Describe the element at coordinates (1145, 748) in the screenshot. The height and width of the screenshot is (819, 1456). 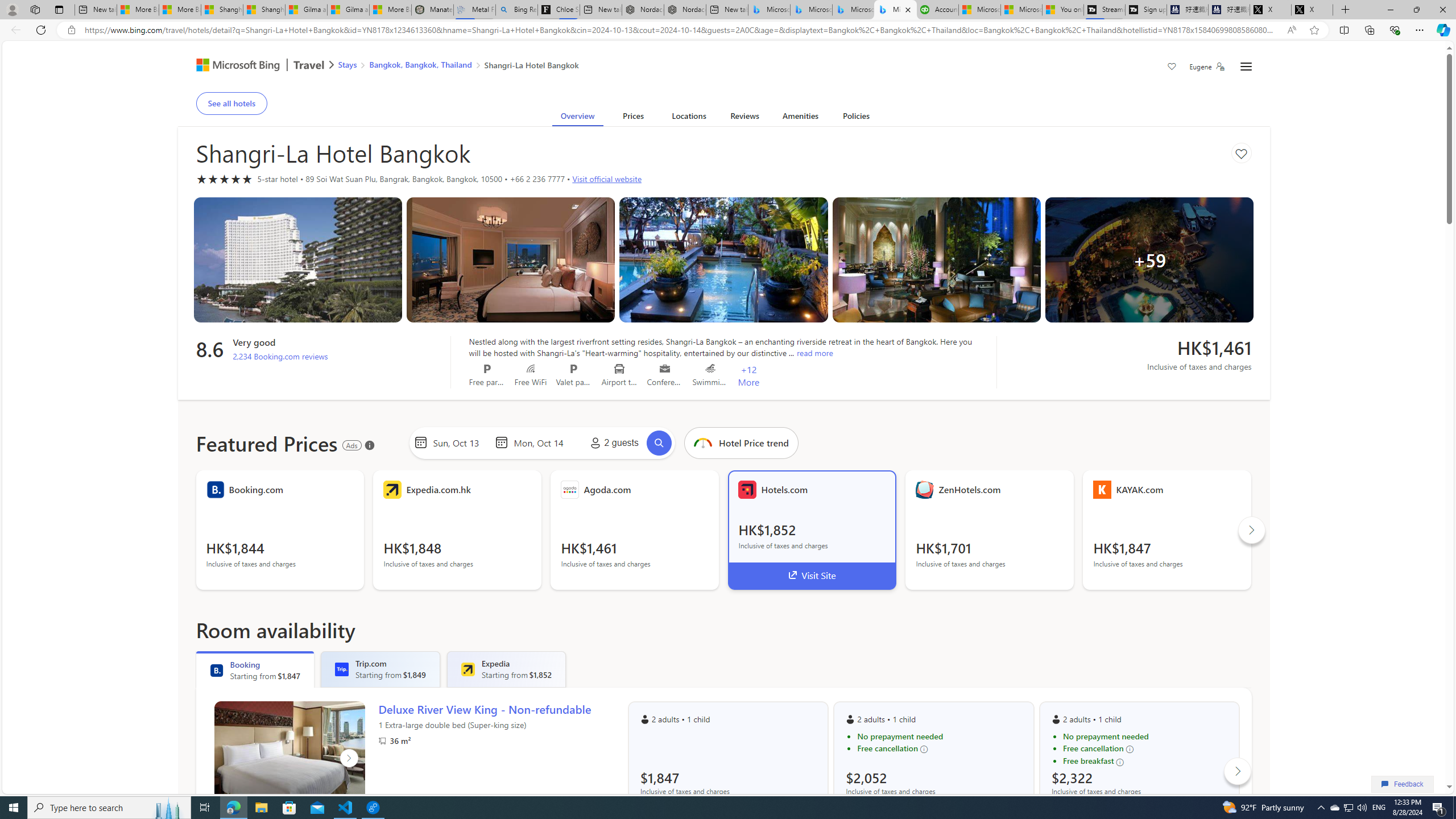
I see `'Free cancellation'` at that location.